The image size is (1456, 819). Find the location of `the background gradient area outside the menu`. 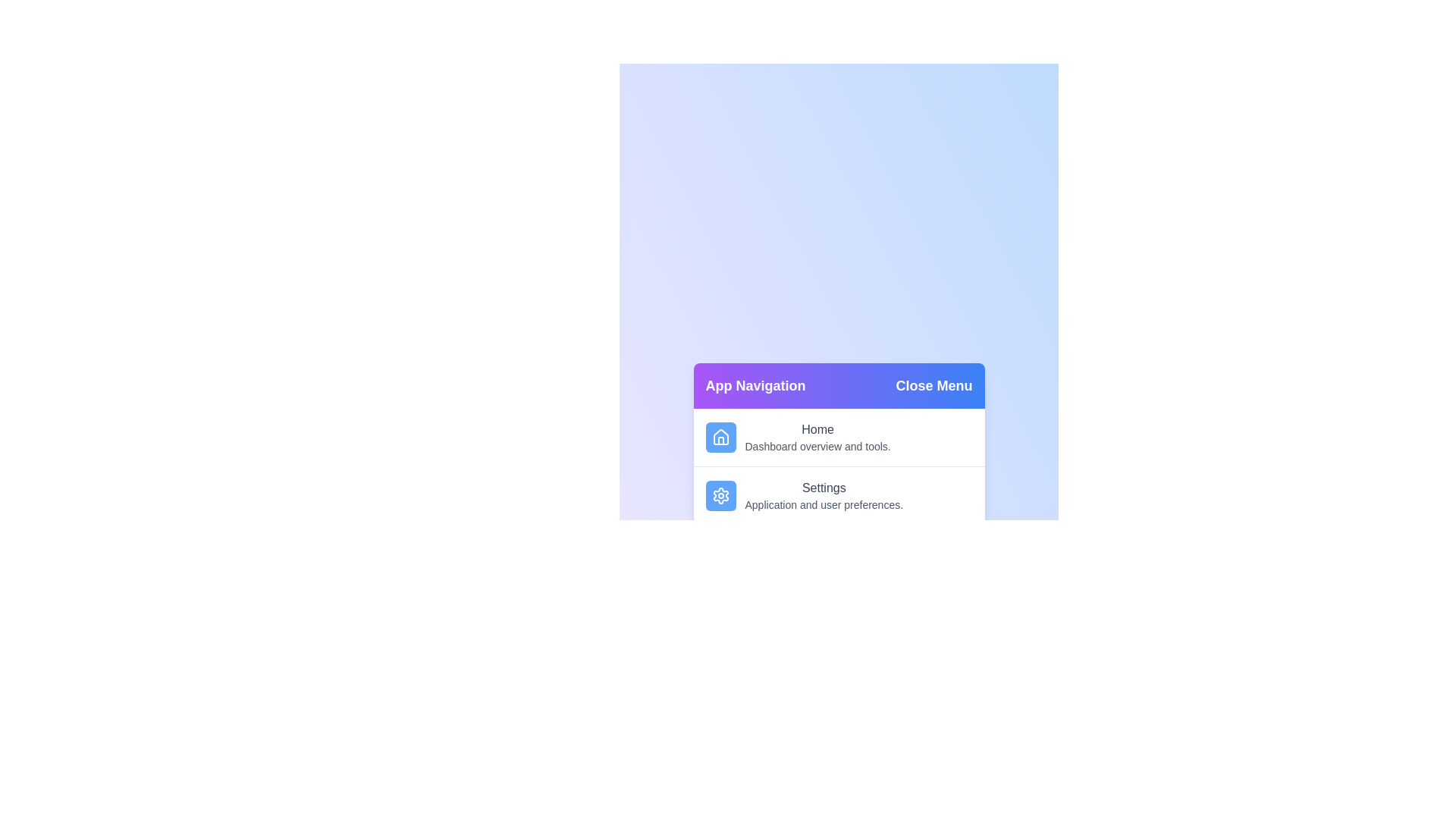

the background gradient area outside the menu is located at coordinates (644, 227).